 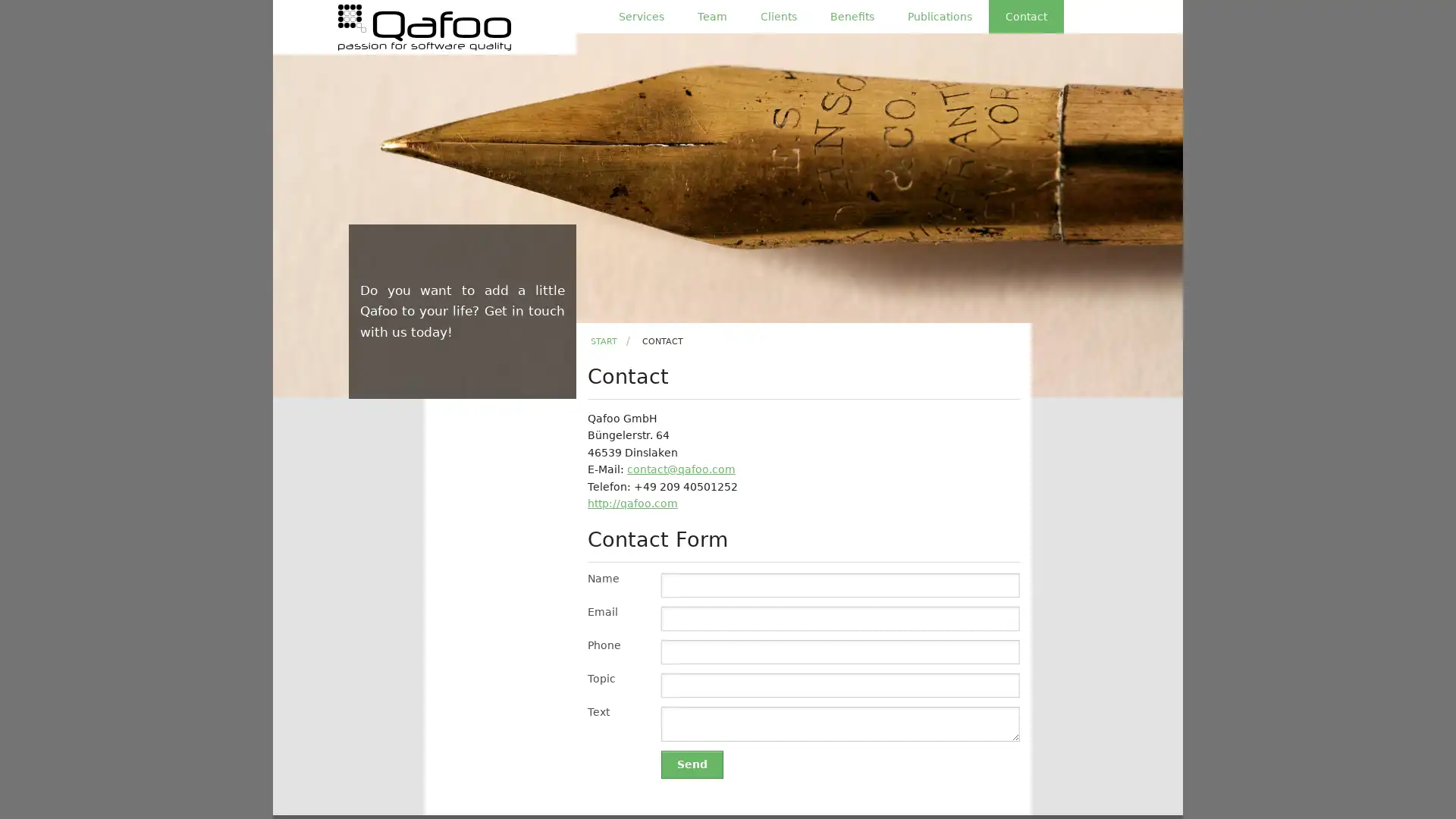 I want to click on Send, so click(x=691, y=764).